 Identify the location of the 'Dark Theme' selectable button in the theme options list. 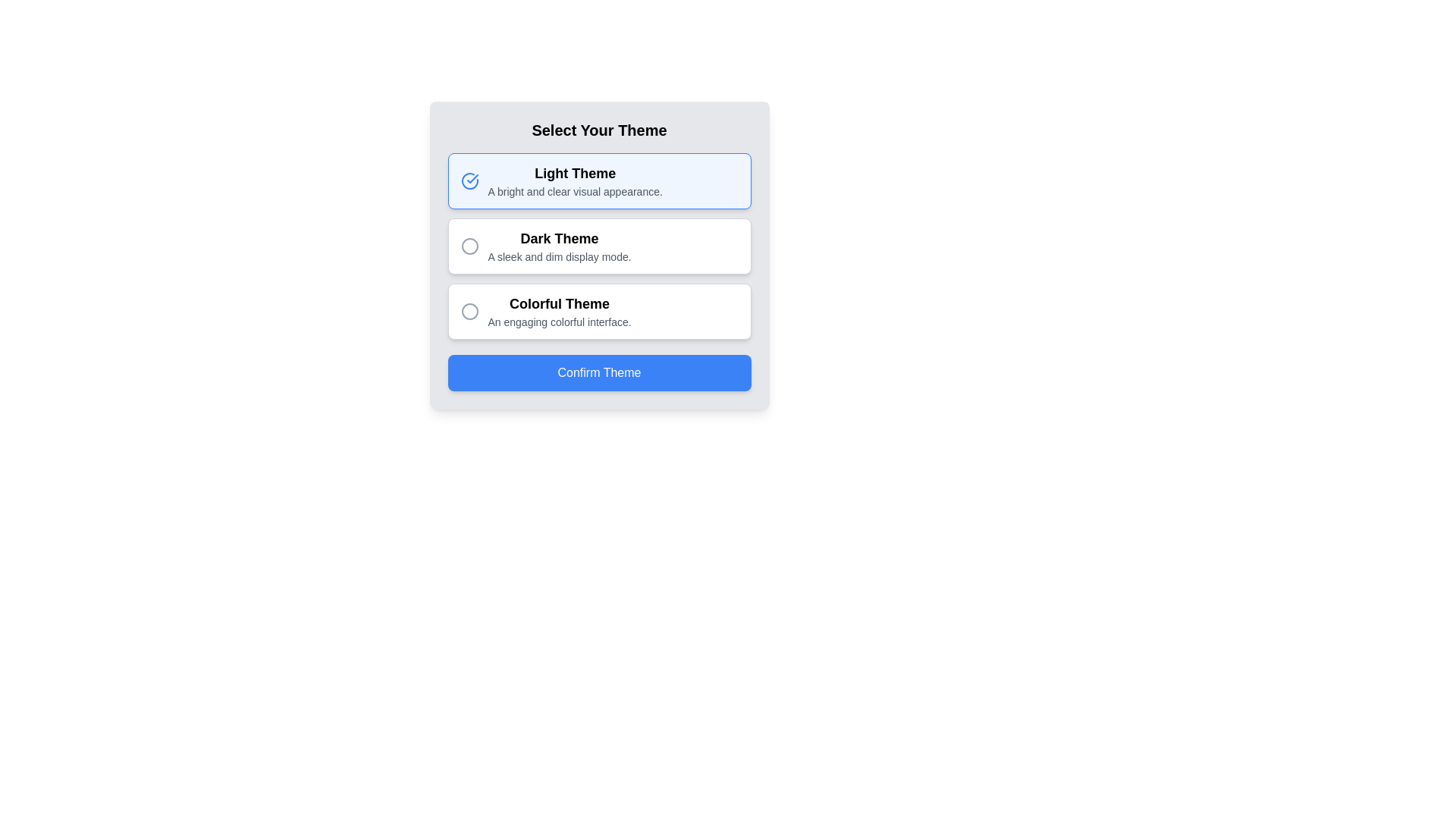
(598, 245).